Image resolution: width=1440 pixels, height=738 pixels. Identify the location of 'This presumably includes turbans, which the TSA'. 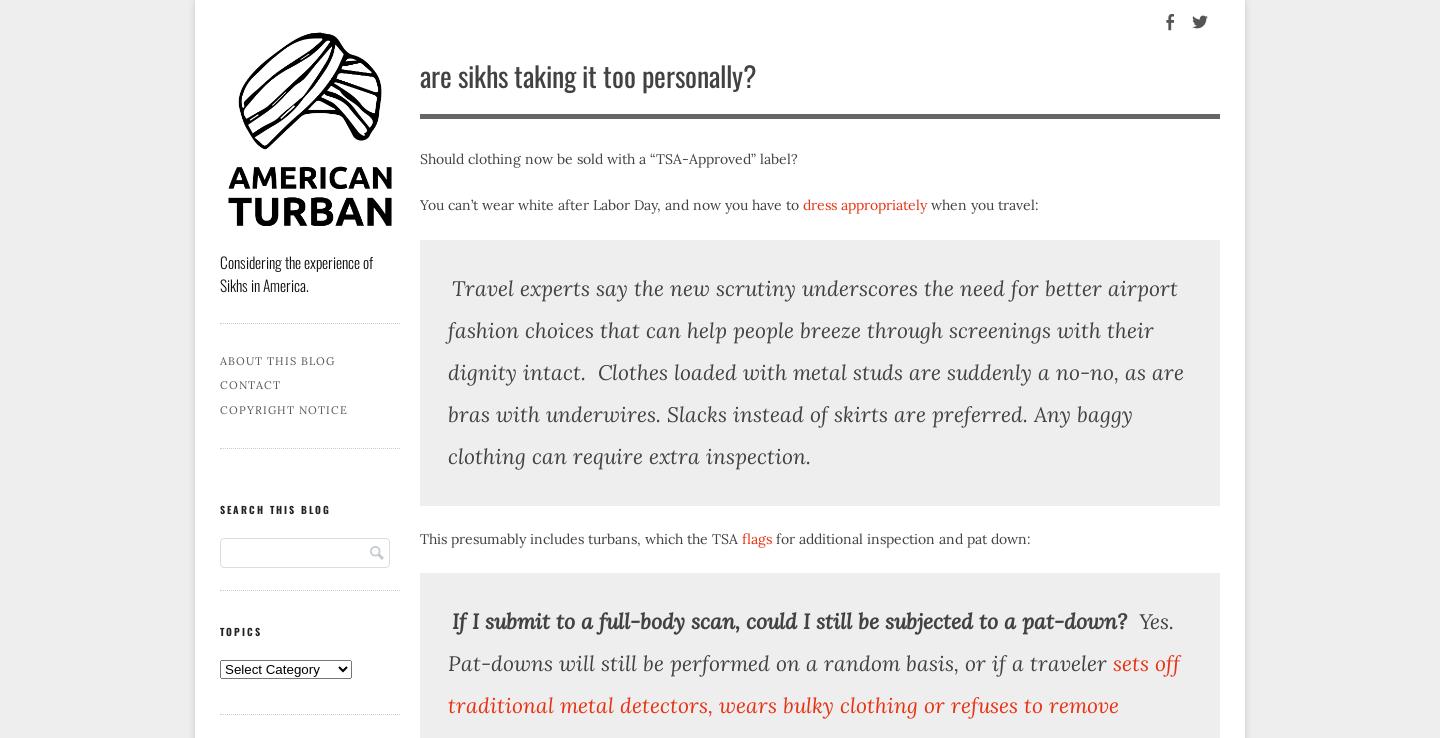
(419, 537).